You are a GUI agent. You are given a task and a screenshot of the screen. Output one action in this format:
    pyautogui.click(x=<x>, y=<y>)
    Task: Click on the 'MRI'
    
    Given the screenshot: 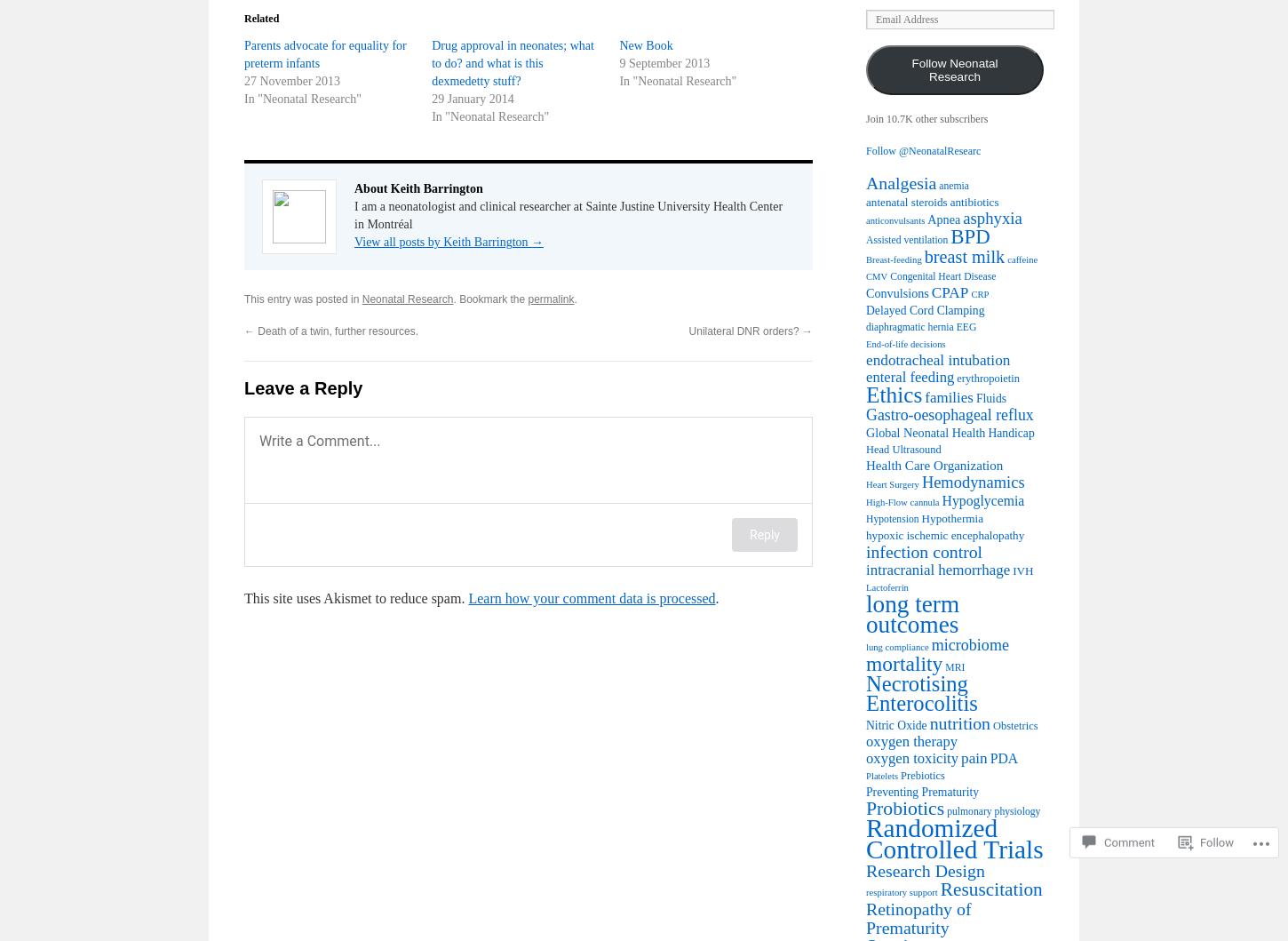 What is the action you would take?
    pyautogui.click(x=945, y=666)
    